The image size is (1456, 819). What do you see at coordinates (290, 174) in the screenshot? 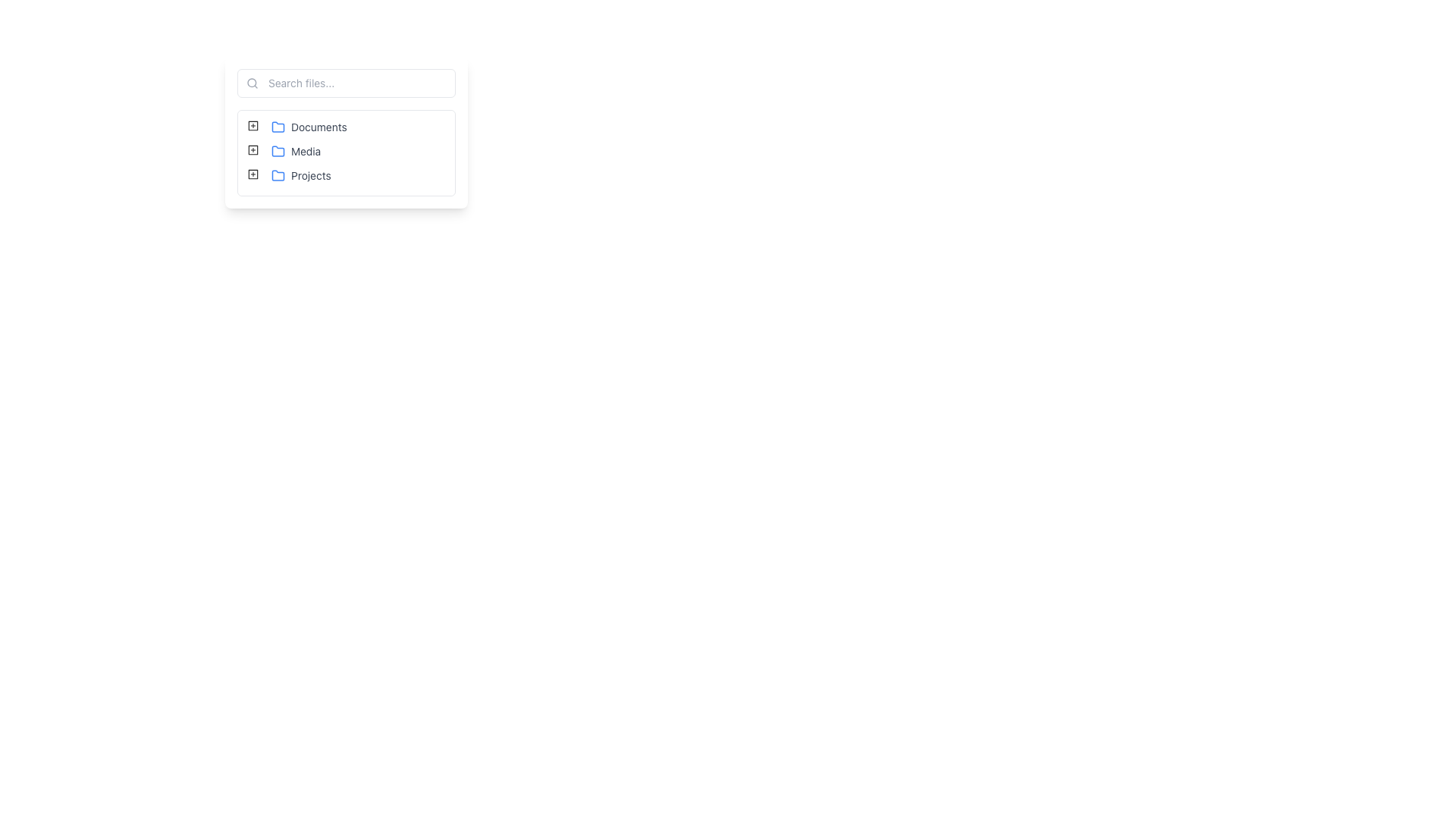
I see `to select the third item in the Projects section of the tree, located below 'Documents' and 'Media'` at bounding box center [290, 174].